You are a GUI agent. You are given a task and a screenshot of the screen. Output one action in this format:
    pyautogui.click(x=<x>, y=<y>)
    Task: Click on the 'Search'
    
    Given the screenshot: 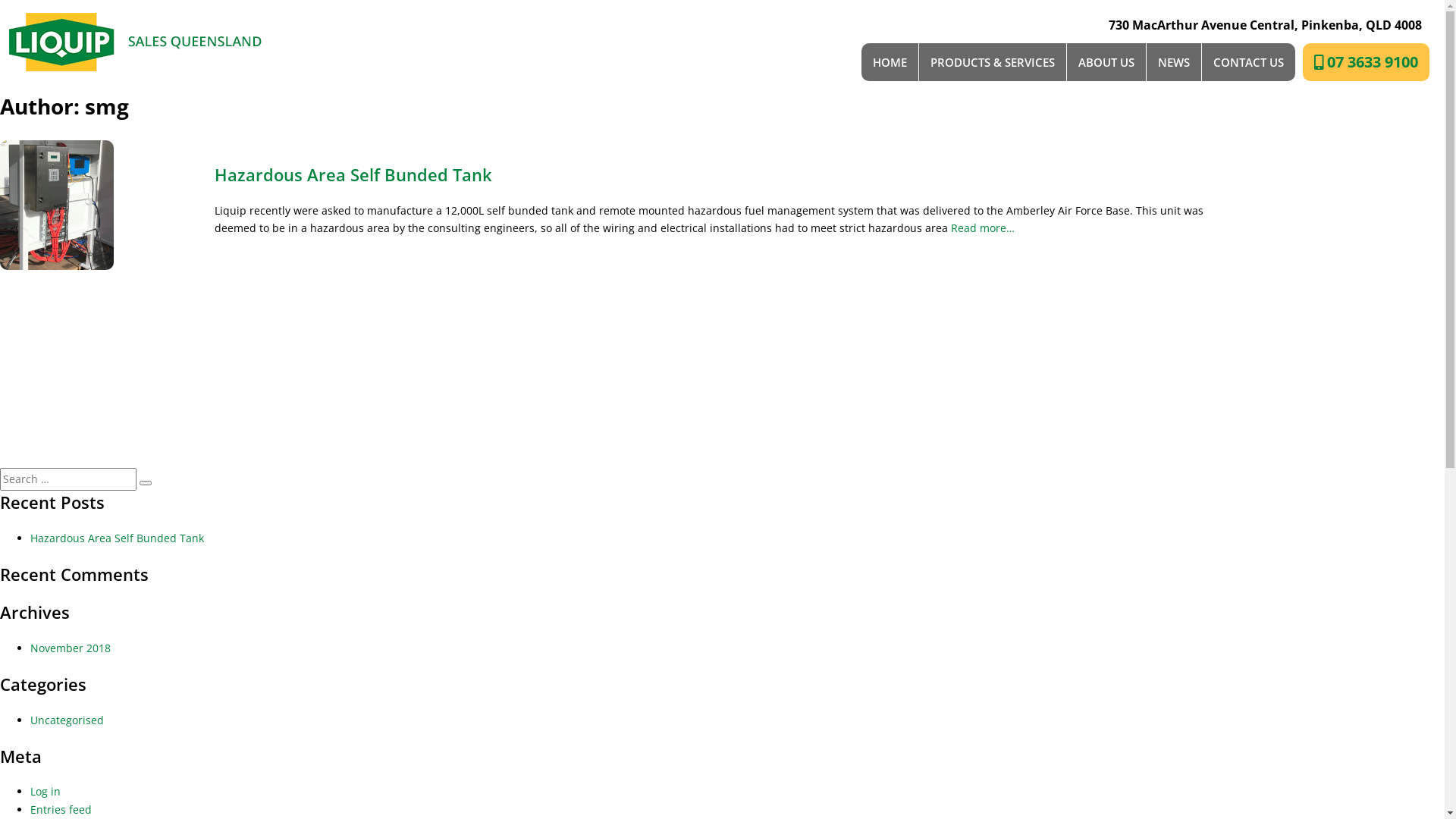 What is the action you would take?
    pyautogui.click(x=146, y=482)
    